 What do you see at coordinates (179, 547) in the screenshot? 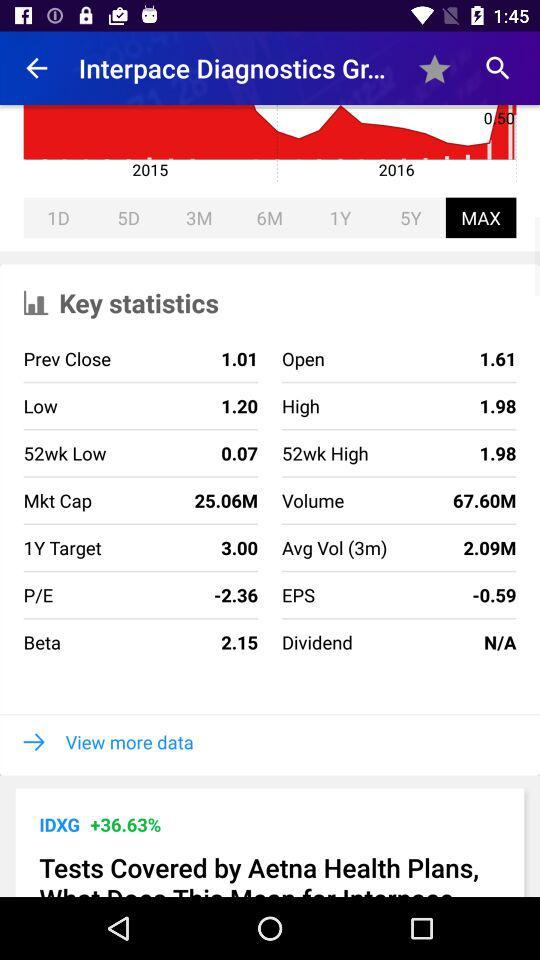
I see `the 3.00` at bounding box center [179, 547].